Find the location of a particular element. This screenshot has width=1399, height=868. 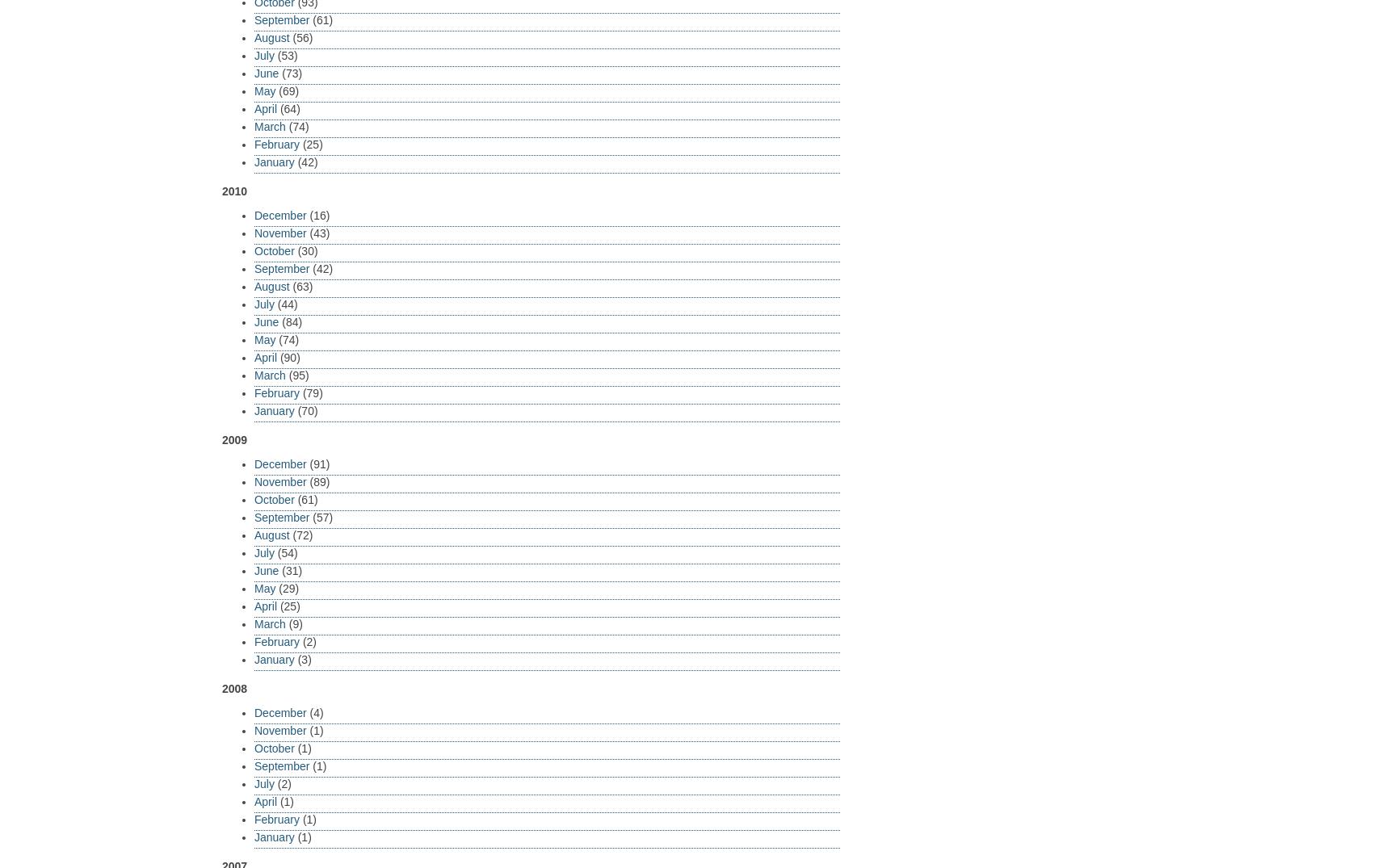

'(57)' is located at coordinates (320, 516).